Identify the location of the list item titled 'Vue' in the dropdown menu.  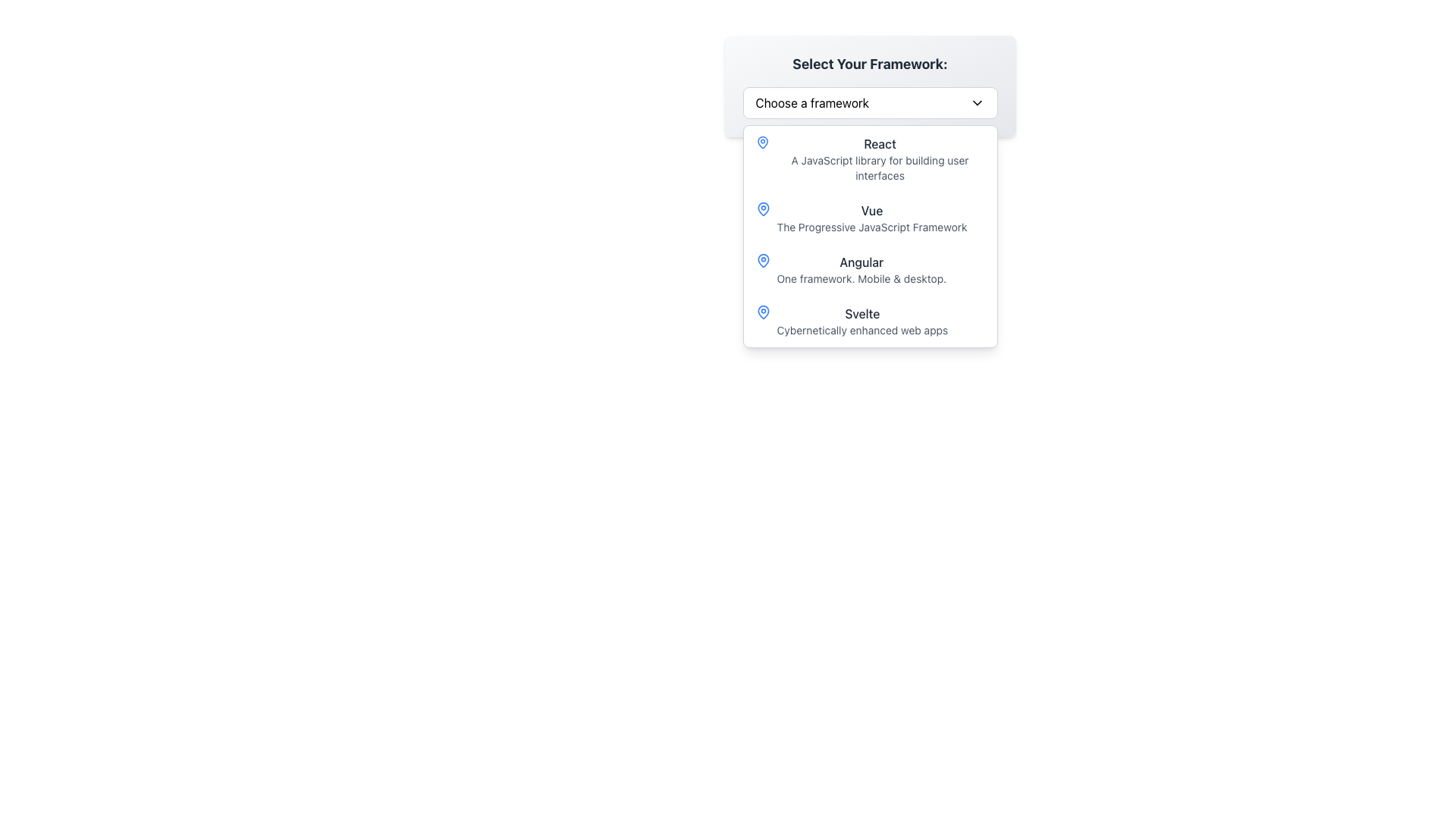
(870, 218).